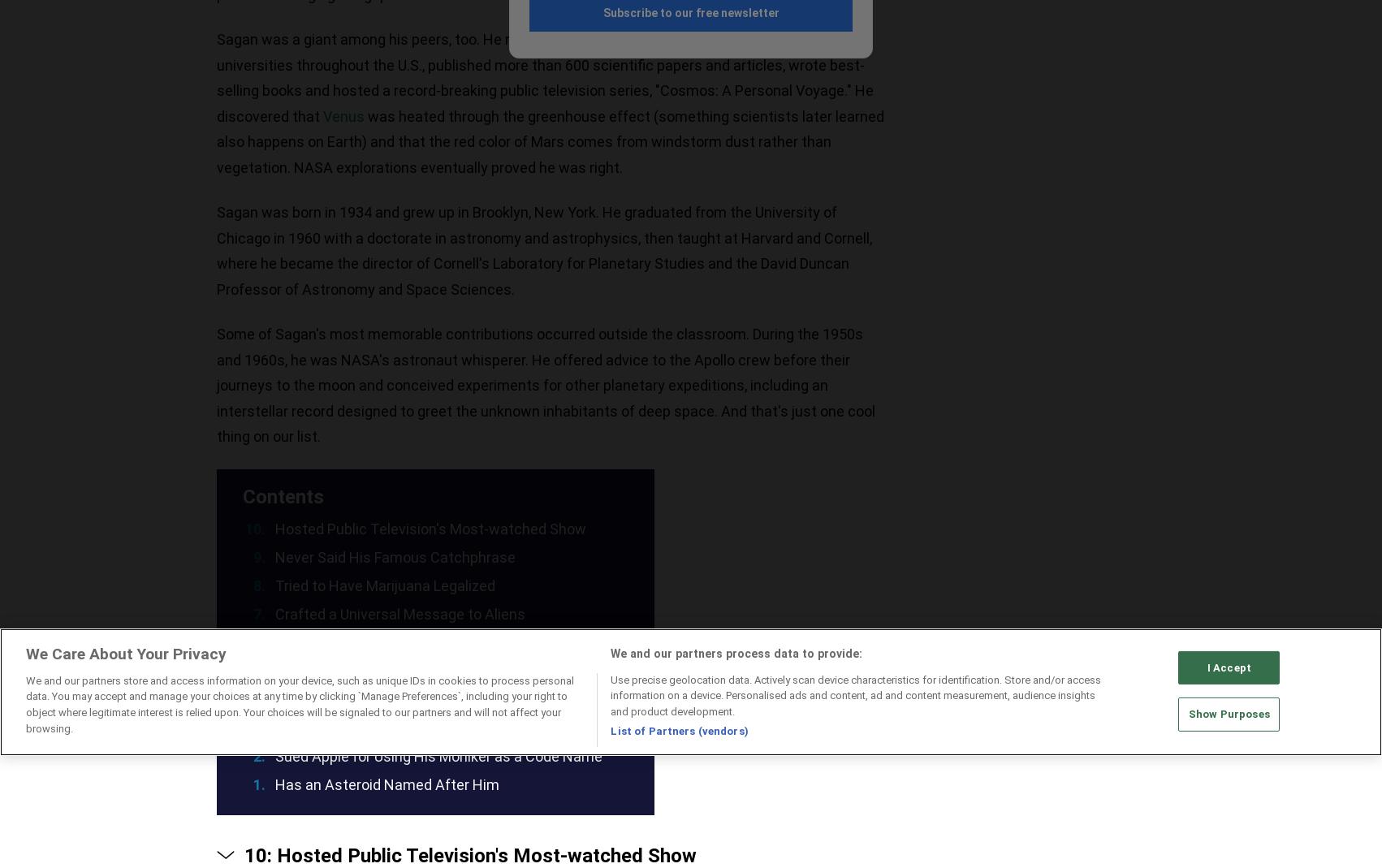  I want to click on 'Hosted Public Television's Most-watched Show', so click(430, 527).